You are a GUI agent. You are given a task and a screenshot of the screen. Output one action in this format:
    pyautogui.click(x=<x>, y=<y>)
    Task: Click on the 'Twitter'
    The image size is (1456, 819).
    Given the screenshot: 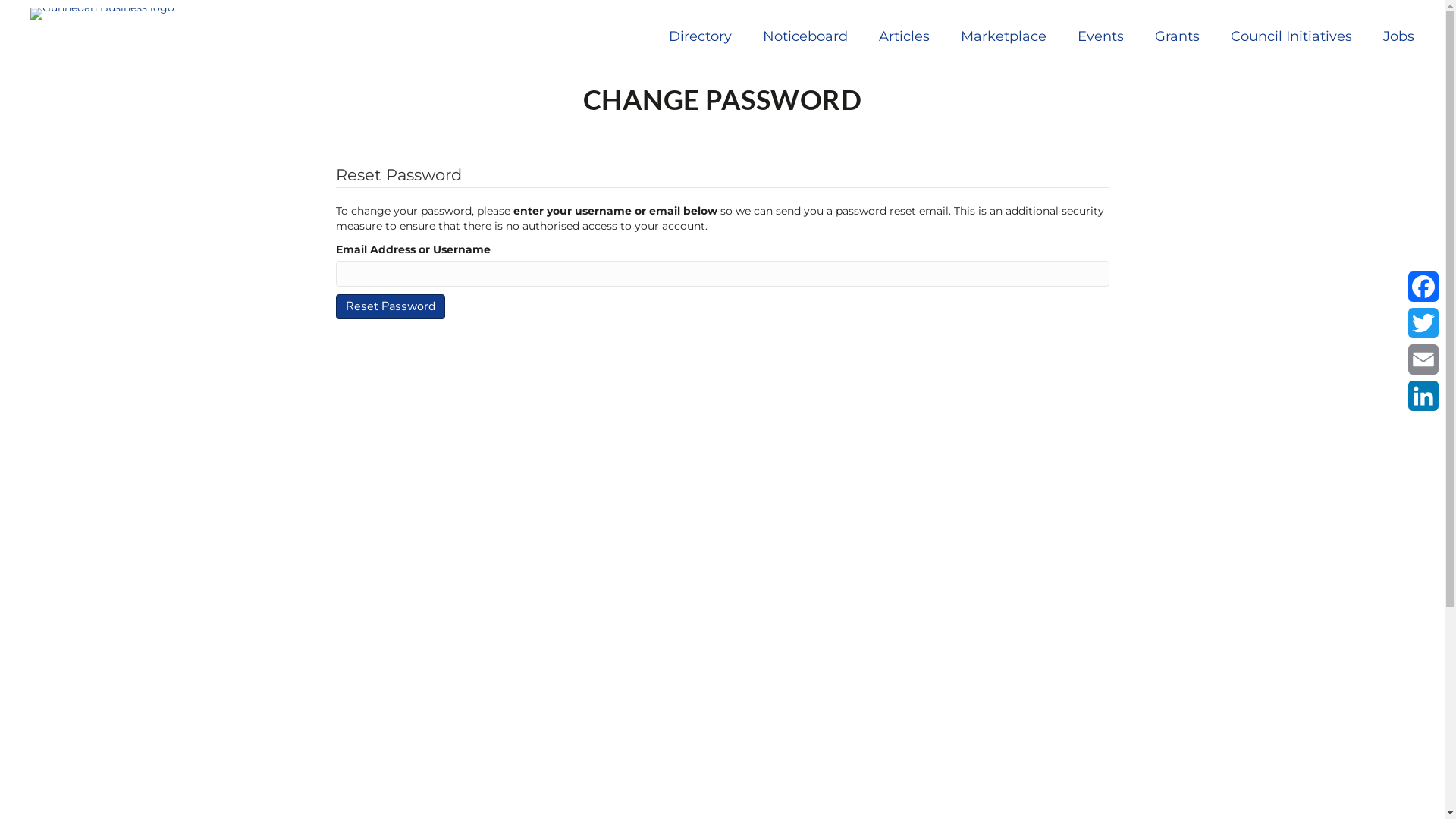 What is the action you would take?
    pyautogui.click(x=1422, y=322)
    